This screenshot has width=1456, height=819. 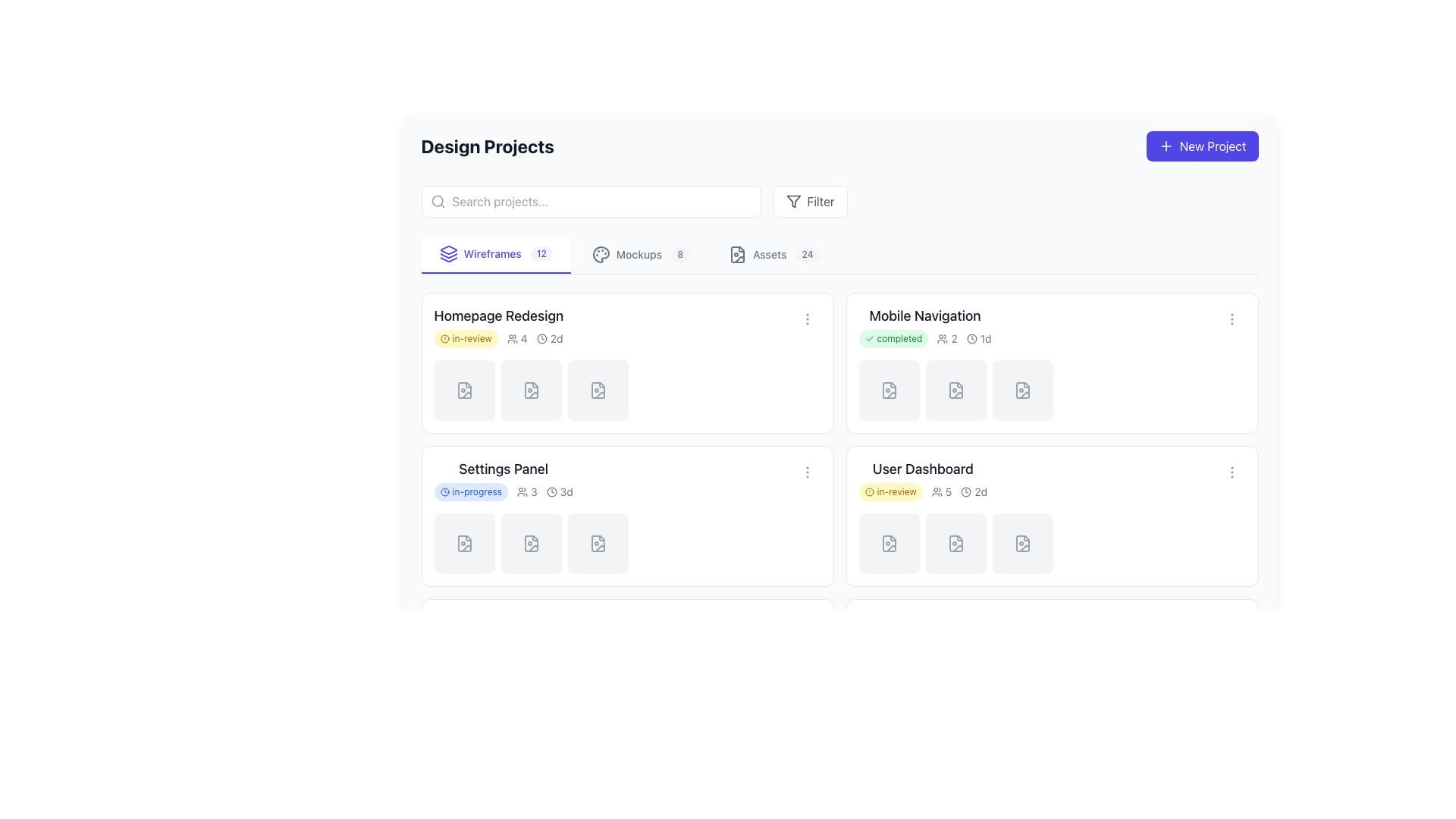 What do you see at coordinates (806, 318) in the screenshot?
I see `the button with a vertical ellipsis icon` at bounding box center [806, 318].